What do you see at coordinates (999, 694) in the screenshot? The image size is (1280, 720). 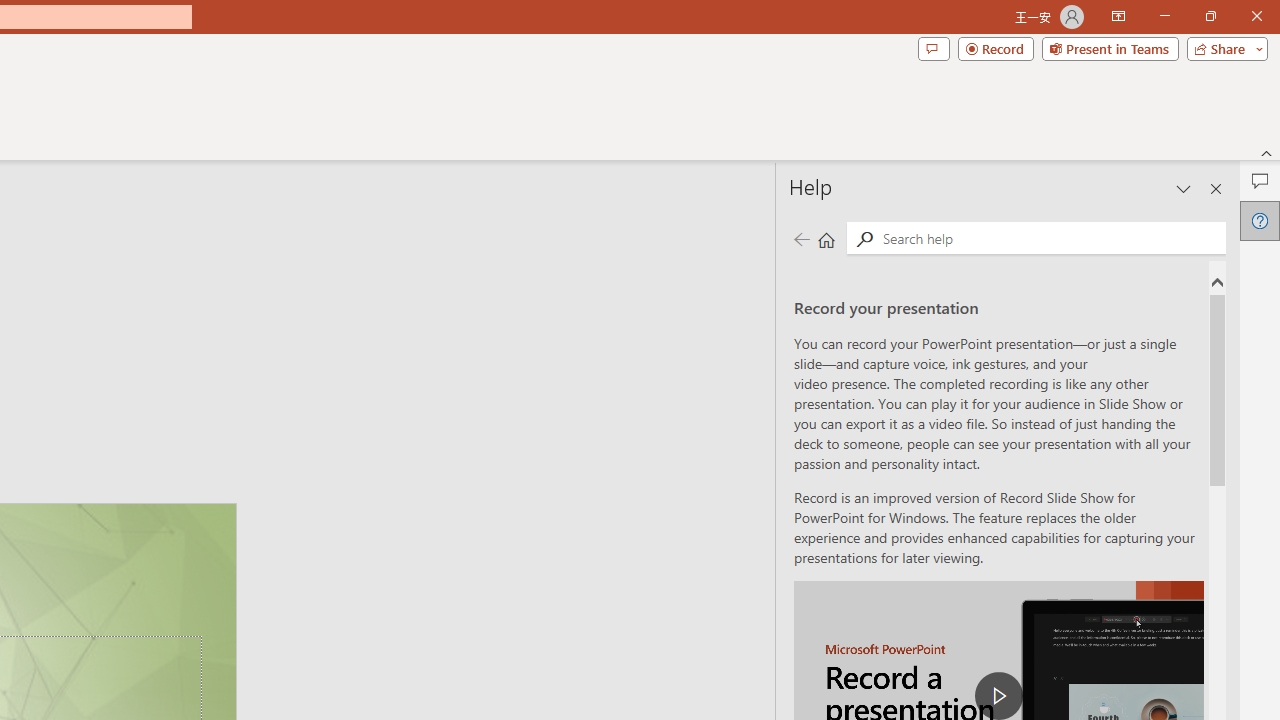 I see `'play Record a Presentation'` at bounding box center [999, 694].